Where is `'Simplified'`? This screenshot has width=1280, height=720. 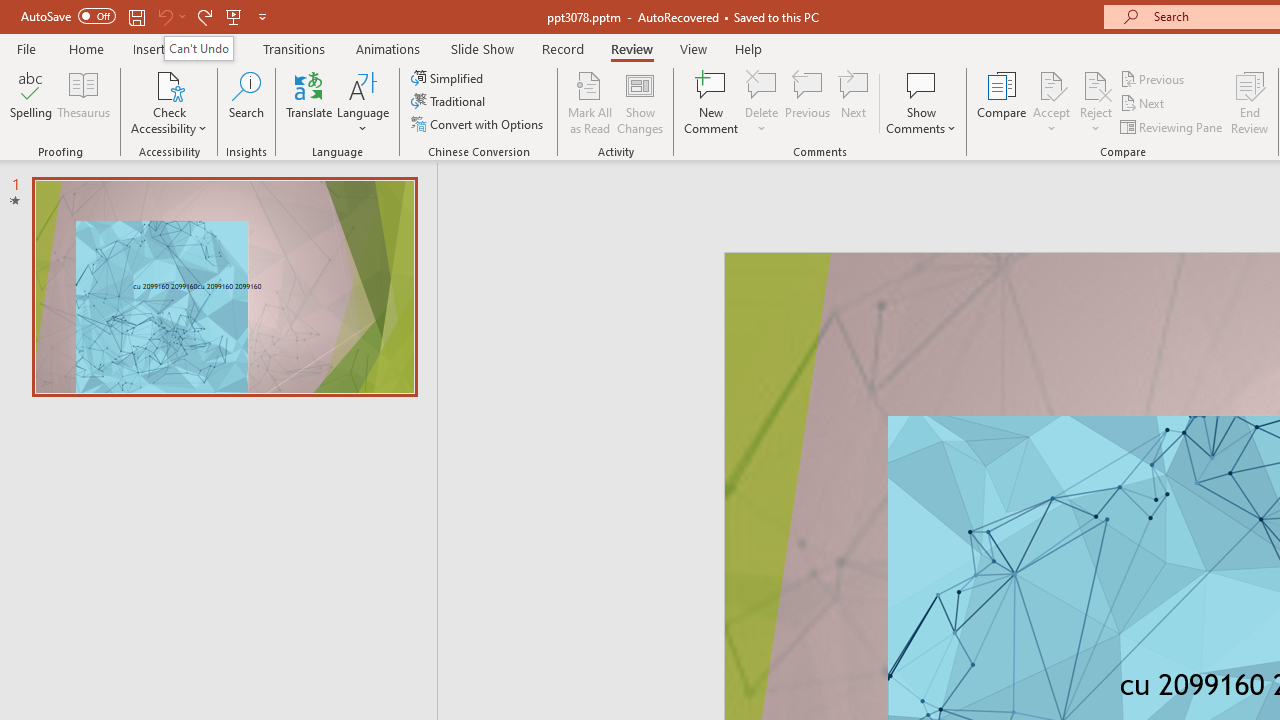 'Simplified' is located at coordinates (448, 77).